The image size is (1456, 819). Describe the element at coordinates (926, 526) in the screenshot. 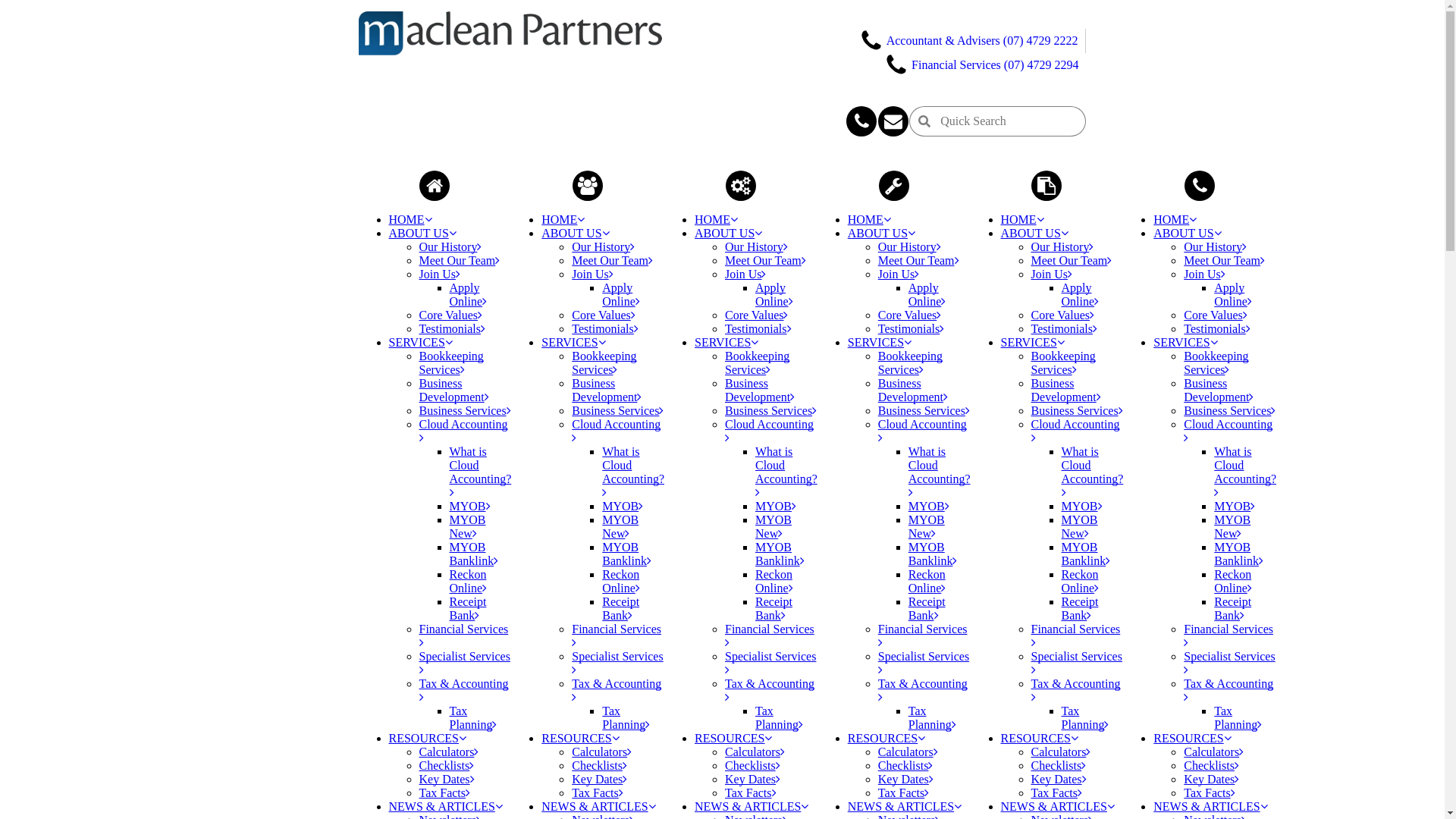

I see `'MYOB New'` at that location.